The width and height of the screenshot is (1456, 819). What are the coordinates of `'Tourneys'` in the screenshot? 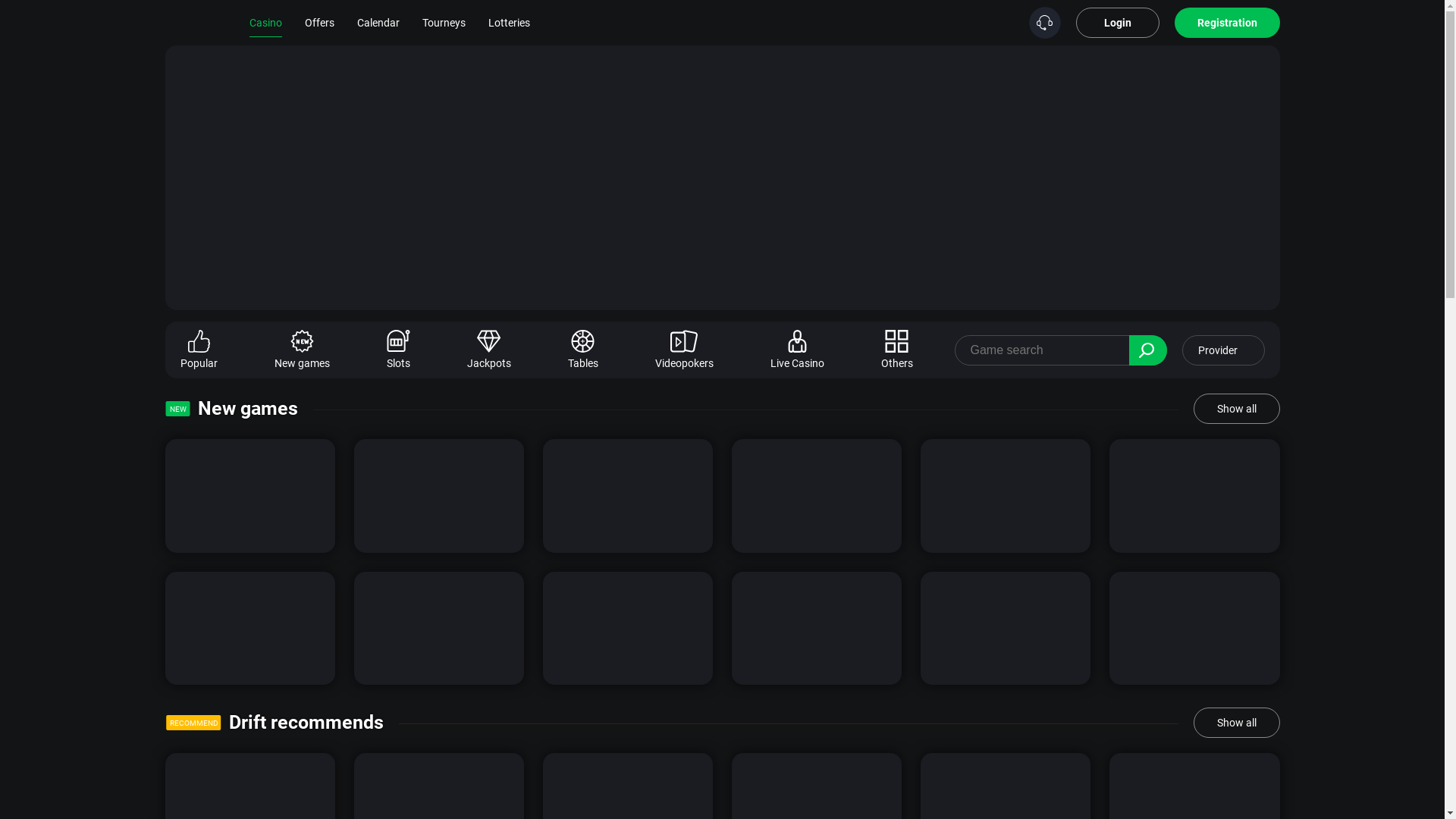 It's located at (422, 23).